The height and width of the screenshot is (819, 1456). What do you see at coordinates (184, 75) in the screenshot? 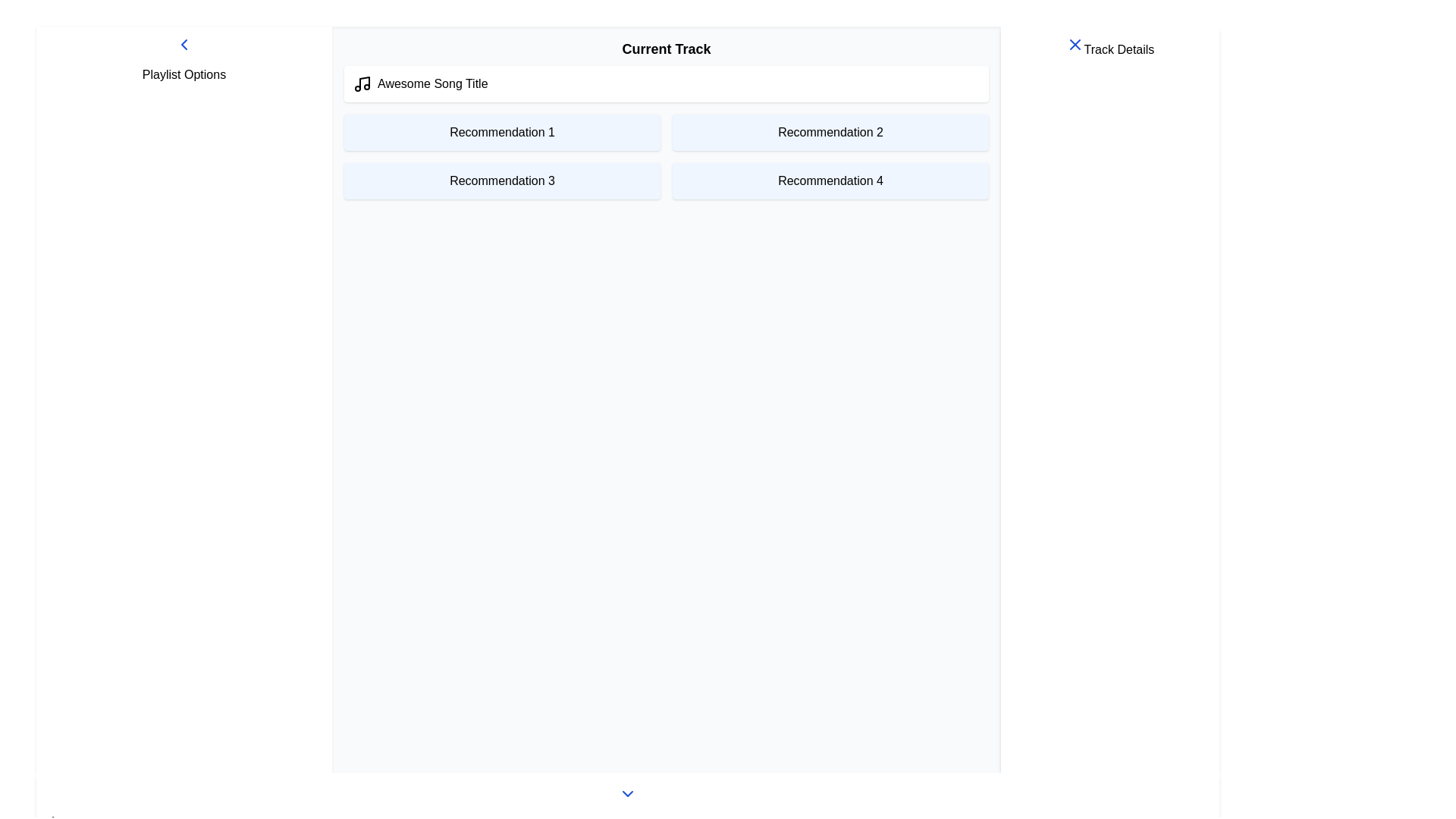
I see `the text label that serves as a header for playlist options, located near the top of the left vertical side panel` at bounding box center [184, 75].